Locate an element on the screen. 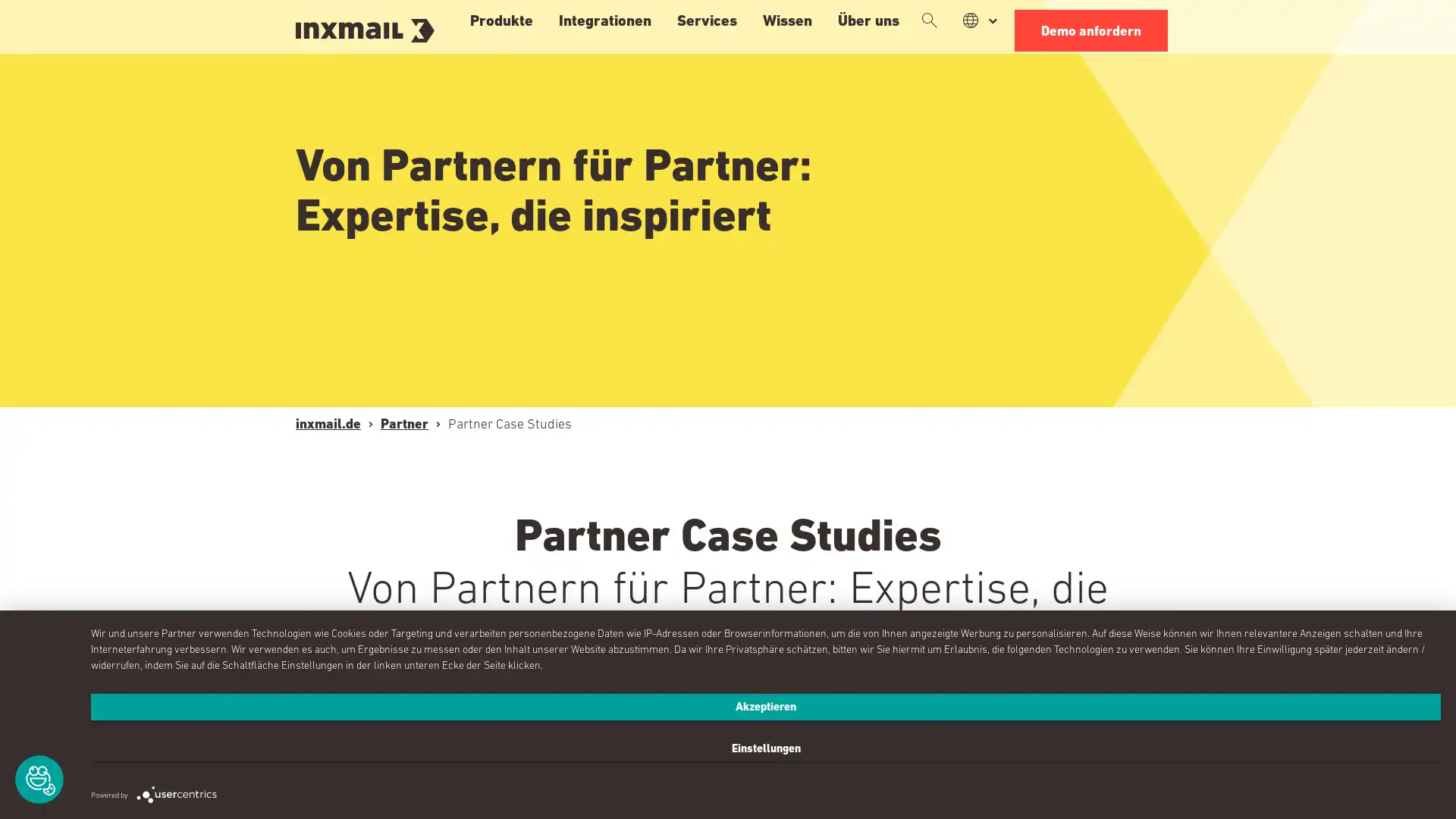 The image size is (1456, 819). Akzeptieren is located at coordinates (563, 763).